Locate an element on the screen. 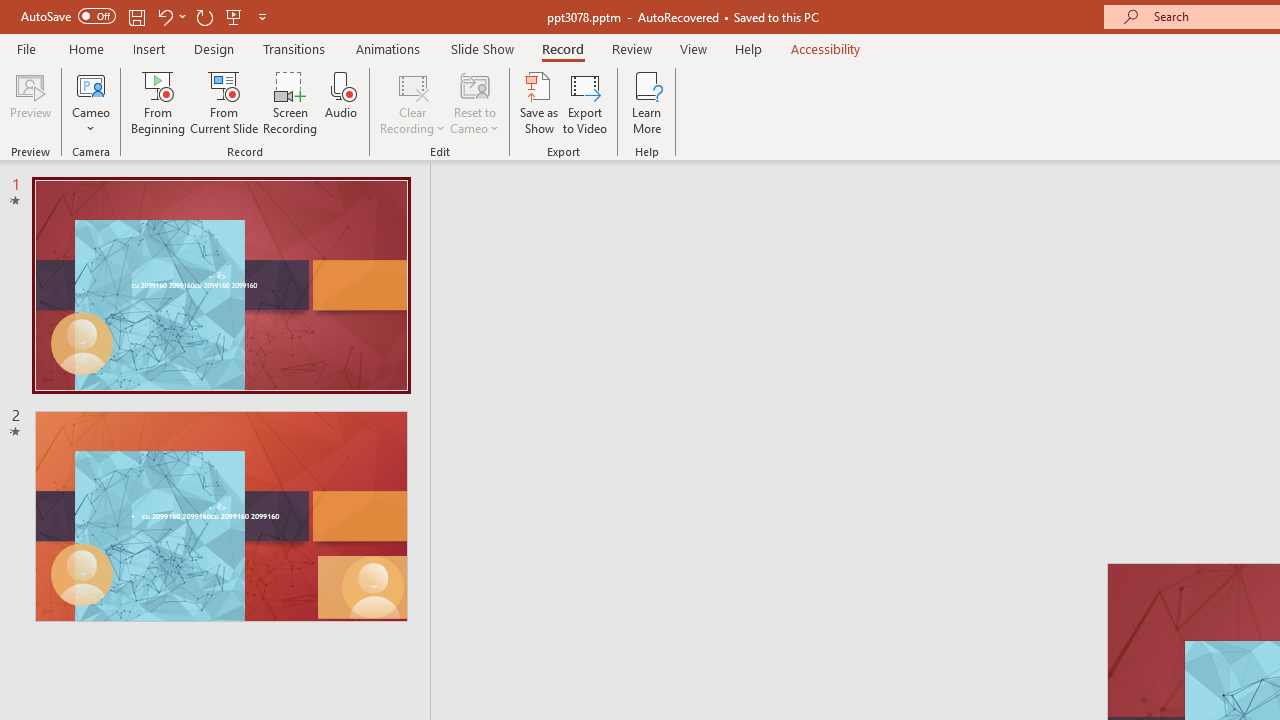 The width and height of the screenshot is (1280, 720). 'Clear Recording' is located at coordinates (411, 103).